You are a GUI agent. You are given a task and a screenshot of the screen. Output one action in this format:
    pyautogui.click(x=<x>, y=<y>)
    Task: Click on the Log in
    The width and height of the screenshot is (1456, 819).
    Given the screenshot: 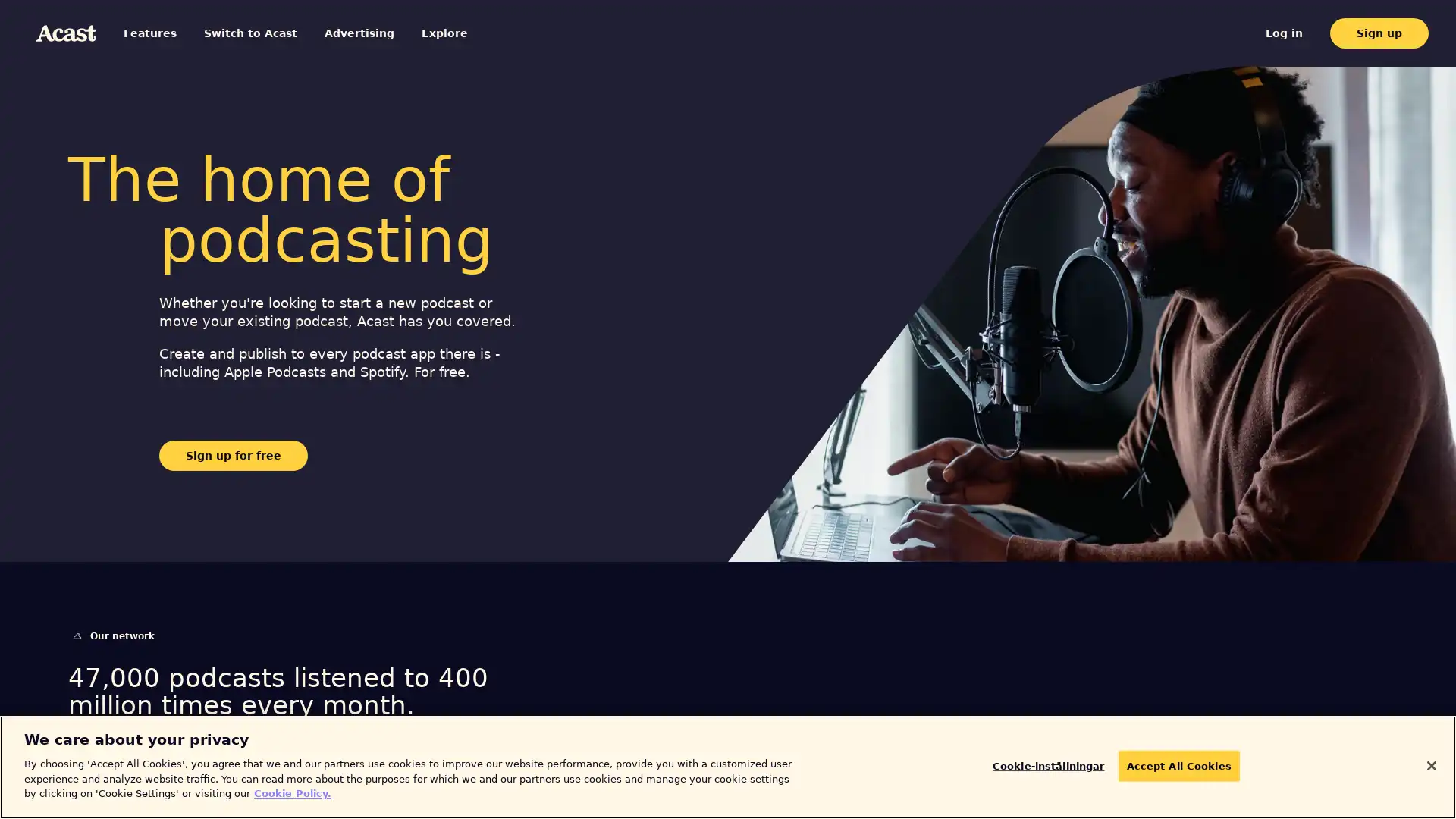 What is the action you would take?
    pyautogui.click(x=1302, y=33)
    